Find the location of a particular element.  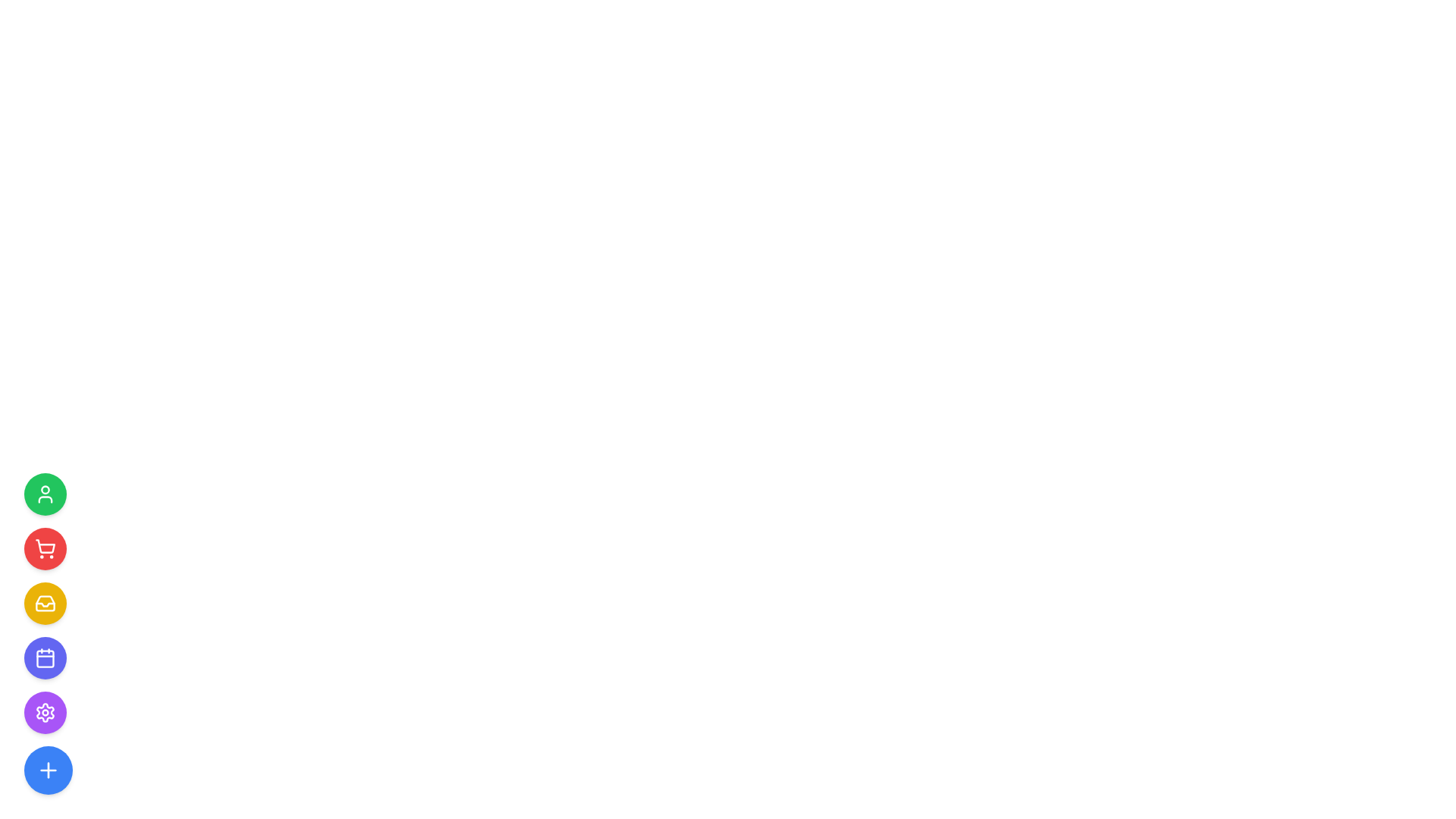

the calendar navigation button, which is the fifth button in a vertical stack on the left side of the interface is located at coordinates (45, 657).